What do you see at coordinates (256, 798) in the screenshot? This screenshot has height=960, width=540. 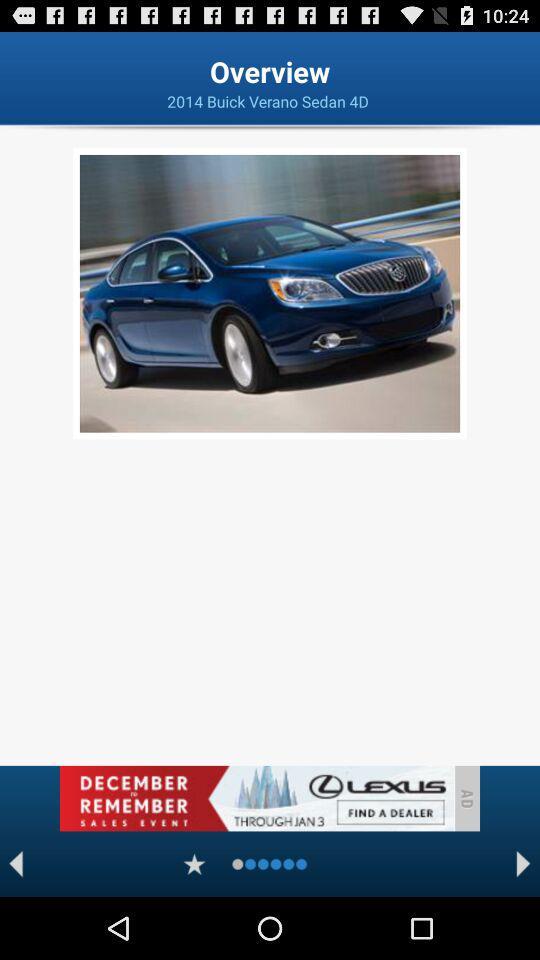 I see `advertisement` at bounding box center [256, 798].